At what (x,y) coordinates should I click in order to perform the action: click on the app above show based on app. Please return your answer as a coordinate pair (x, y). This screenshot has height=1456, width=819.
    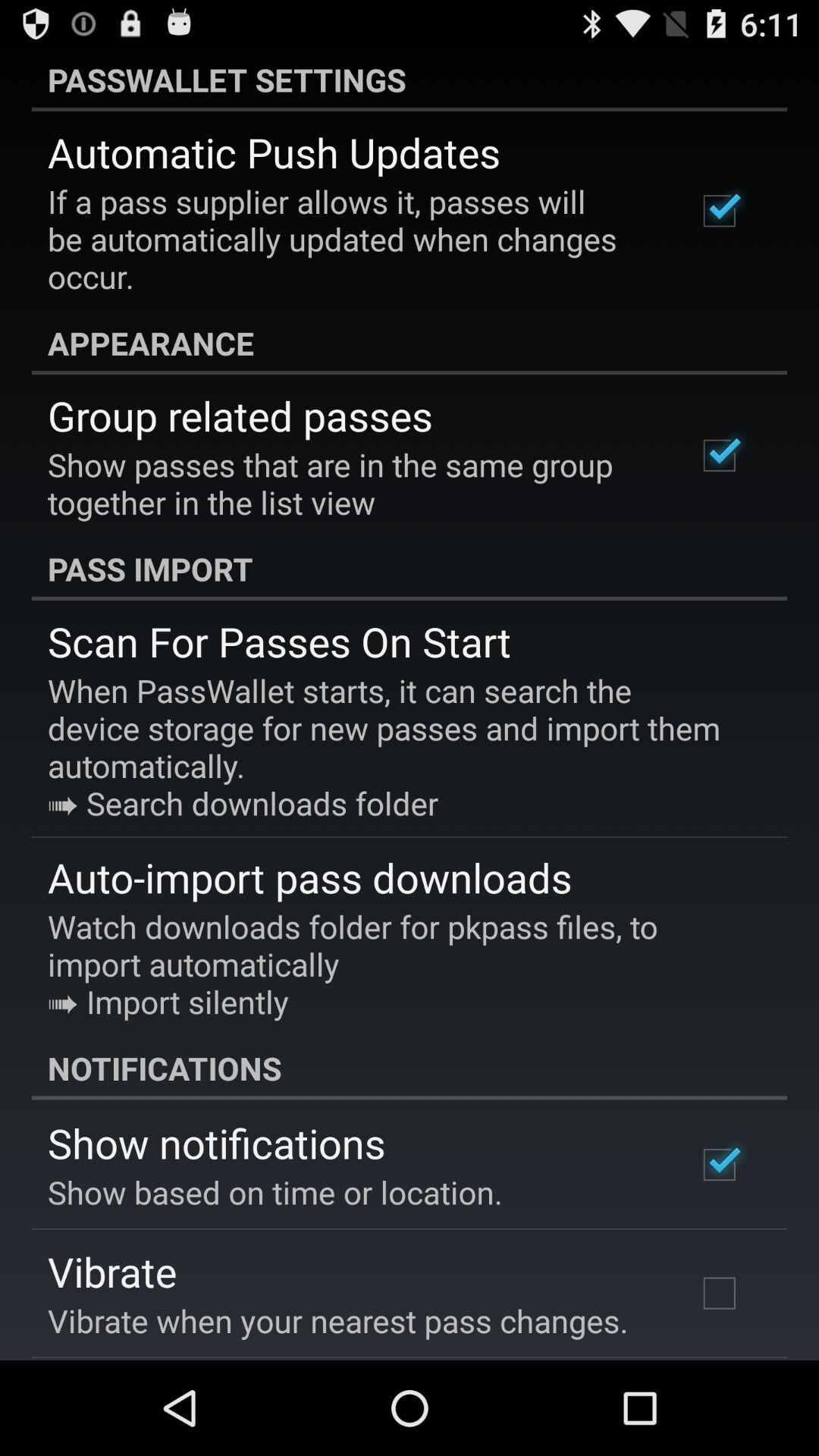
    Looking at the image, I should click on (216, 1143).